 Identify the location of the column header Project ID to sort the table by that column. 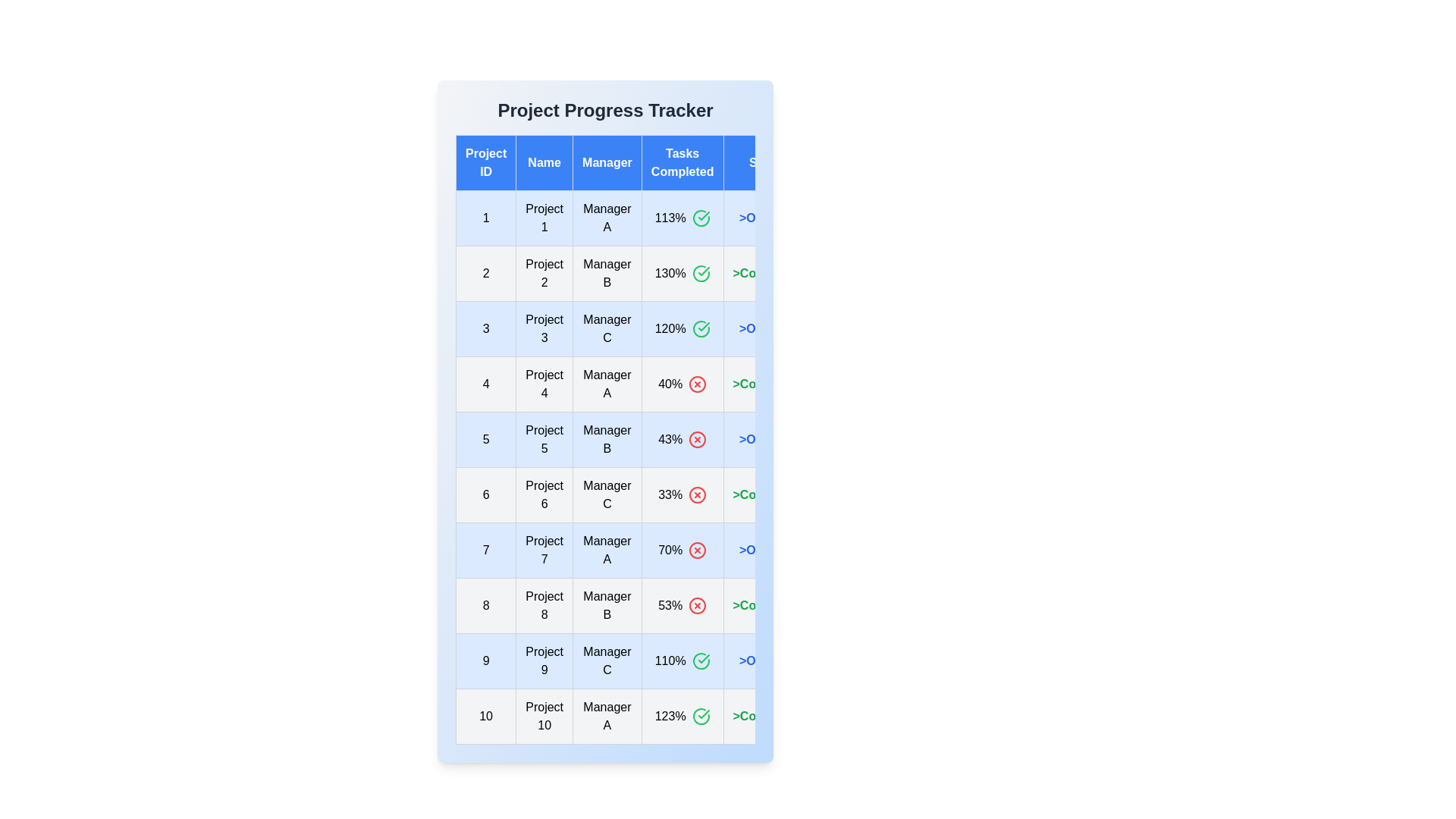
(486, 163).